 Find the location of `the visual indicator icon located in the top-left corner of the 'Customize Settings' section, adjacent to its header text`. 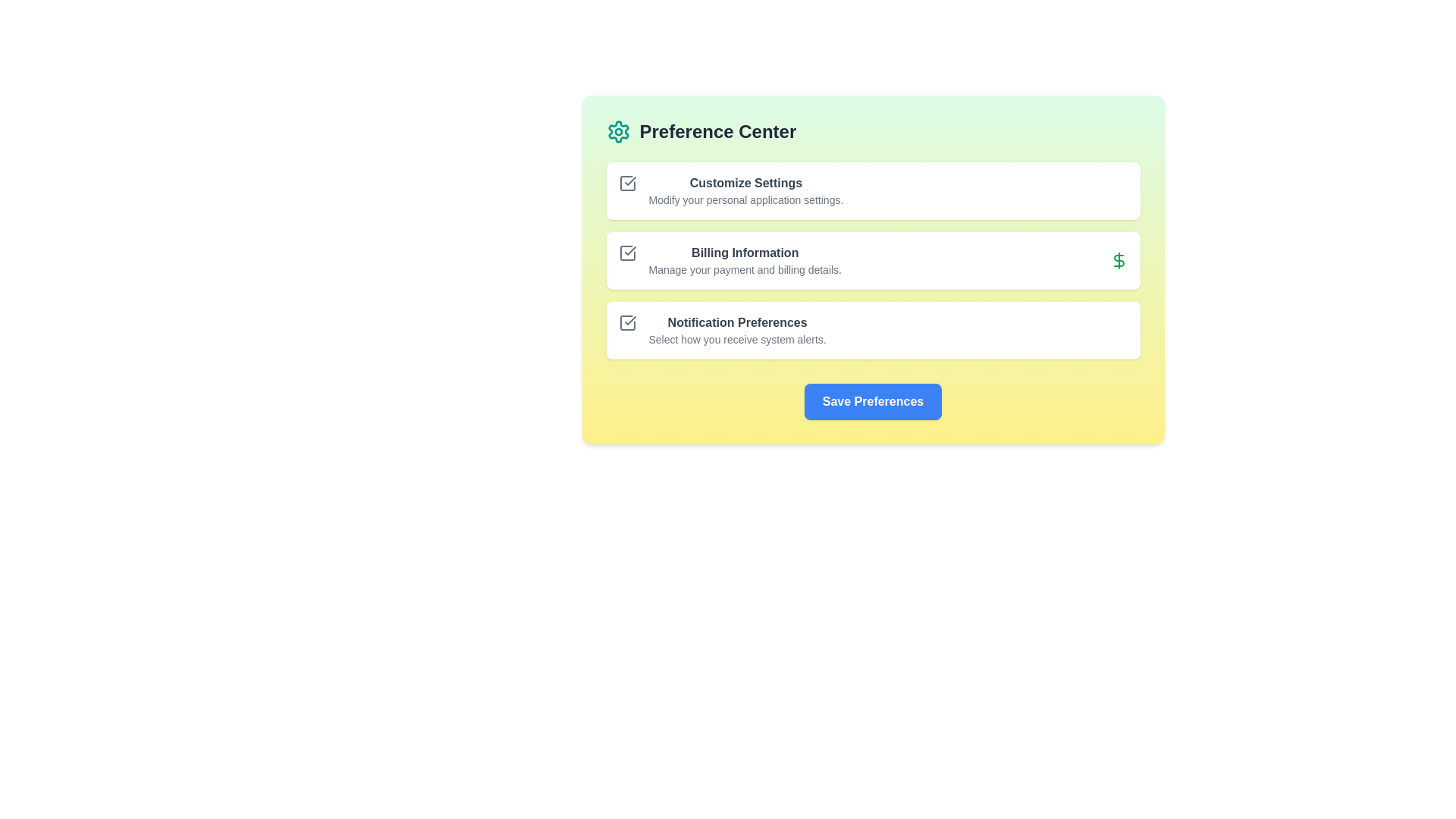

the visual indicator icon located in the top-left corner of the 'Customize Settings' section, adjacent to its header text is located at coordinates (627, 183).